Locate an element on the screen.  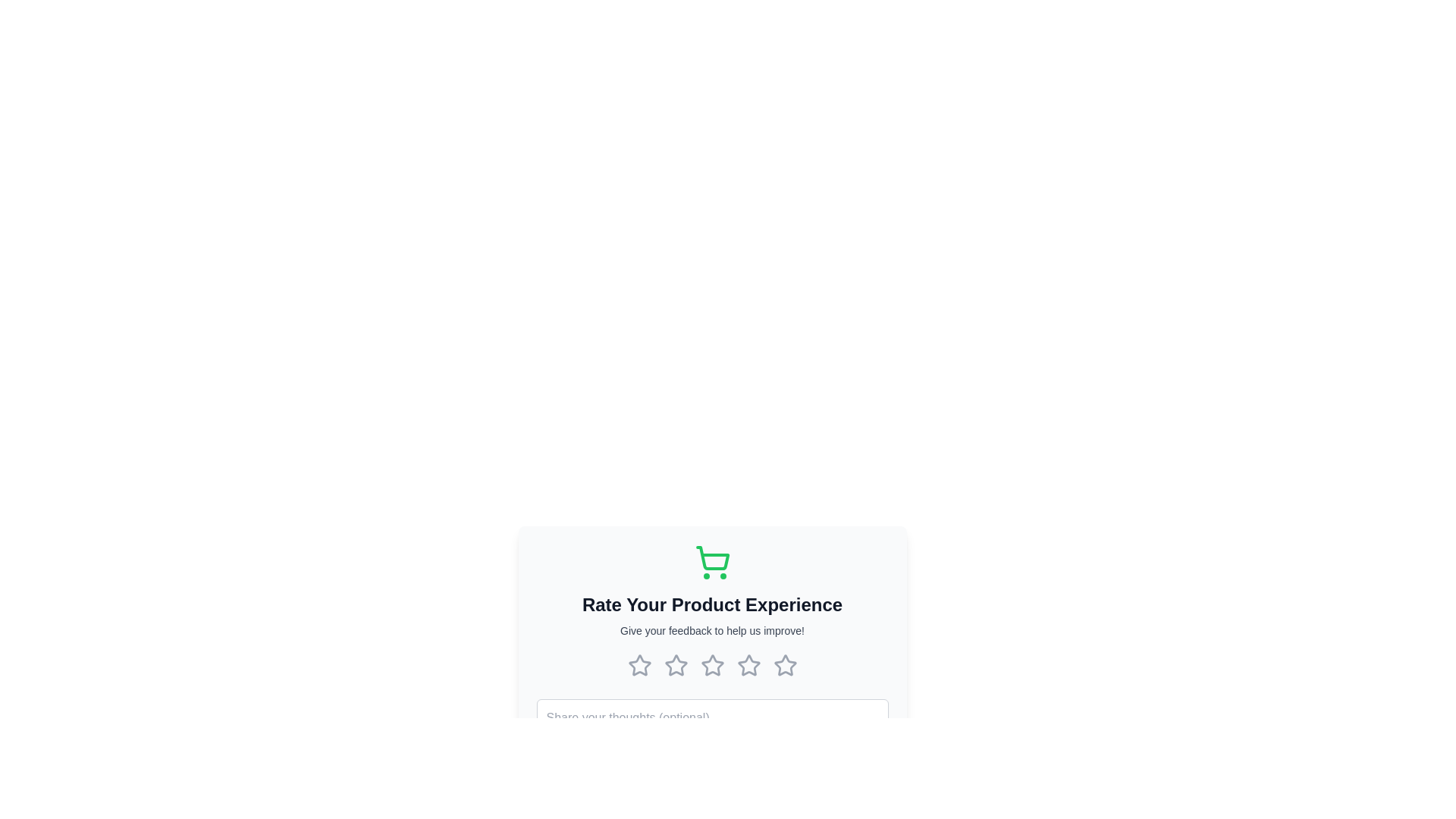
the bold header text in the feedback form, styled with a large font size and dark gray color, positioned below the green shopping cart icon is located at coordinates (711, 604).